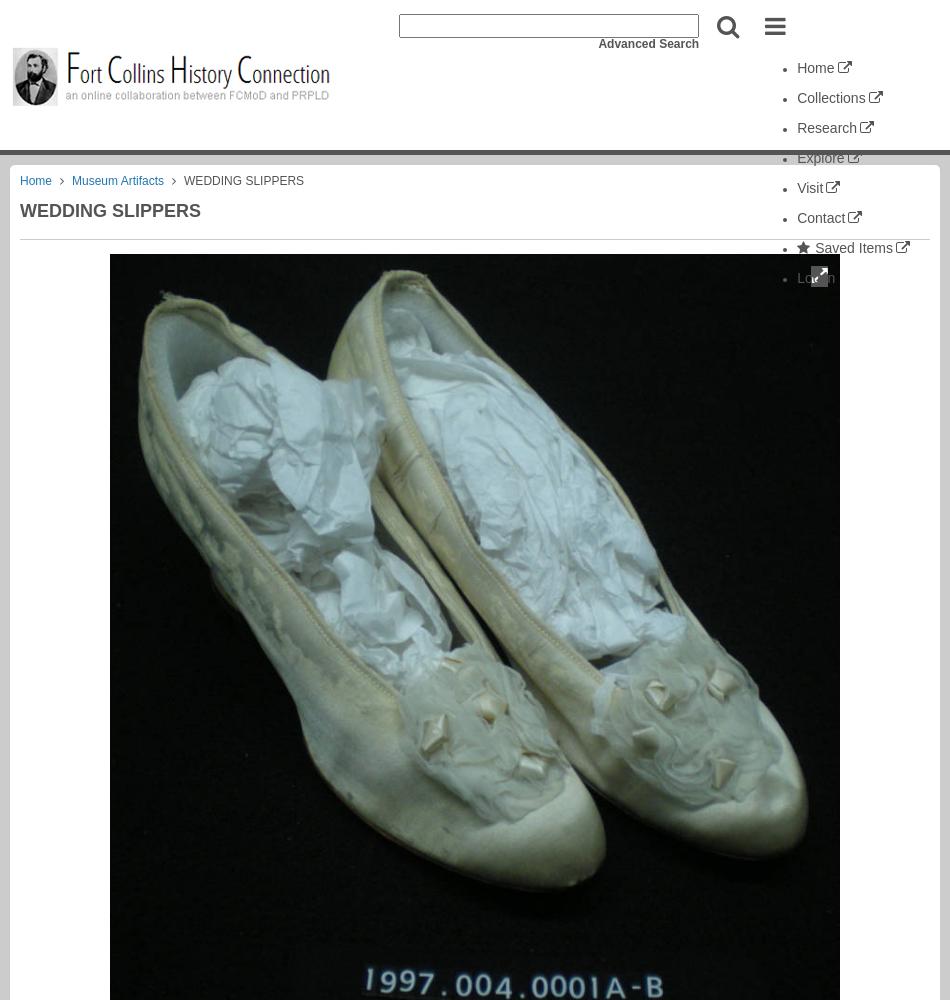 The image size is (950, 1000). I want to click on 'Explore', so click(795, 158).